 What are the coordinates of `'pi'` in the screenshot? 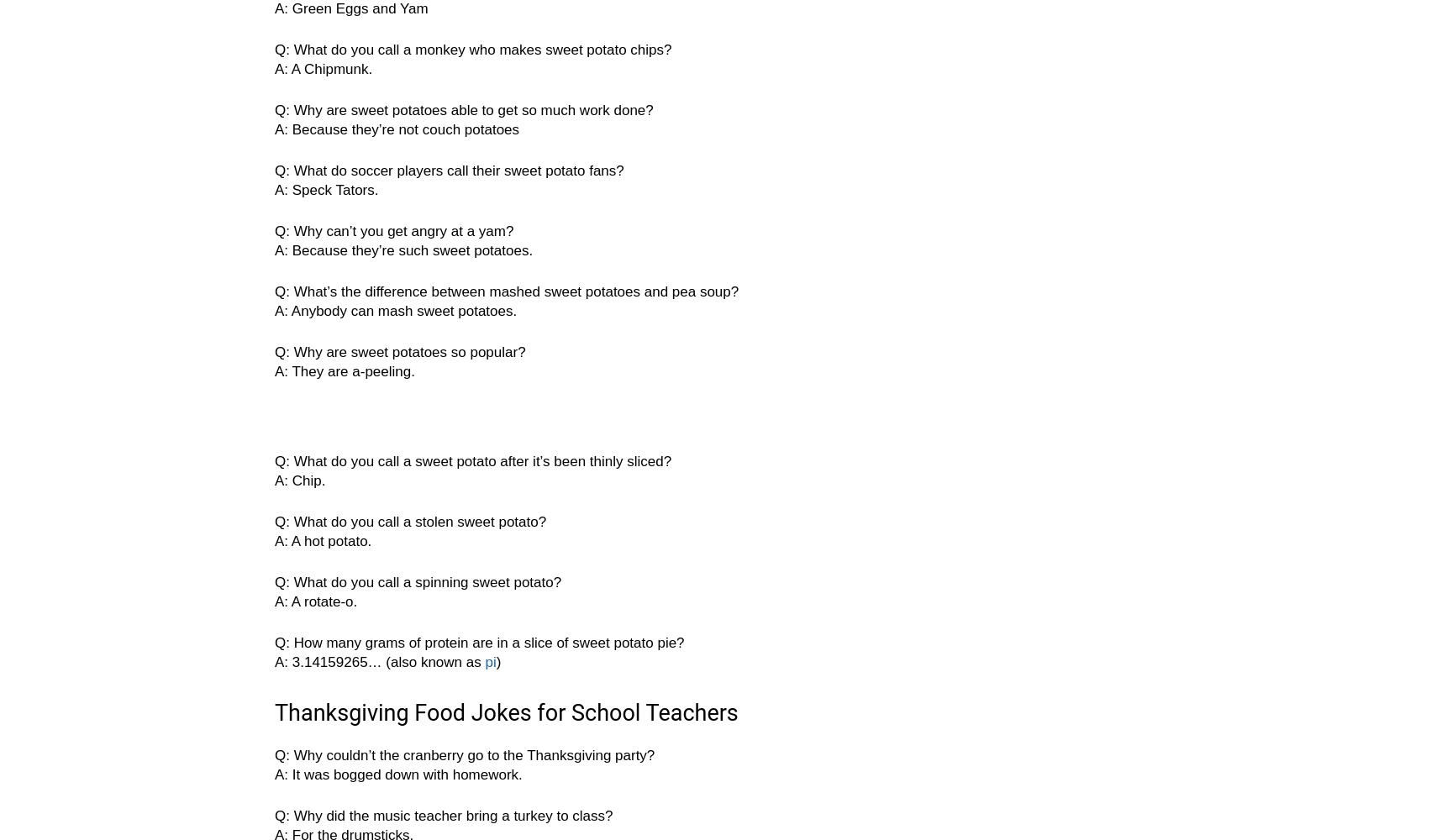 It's located at (489, 662).